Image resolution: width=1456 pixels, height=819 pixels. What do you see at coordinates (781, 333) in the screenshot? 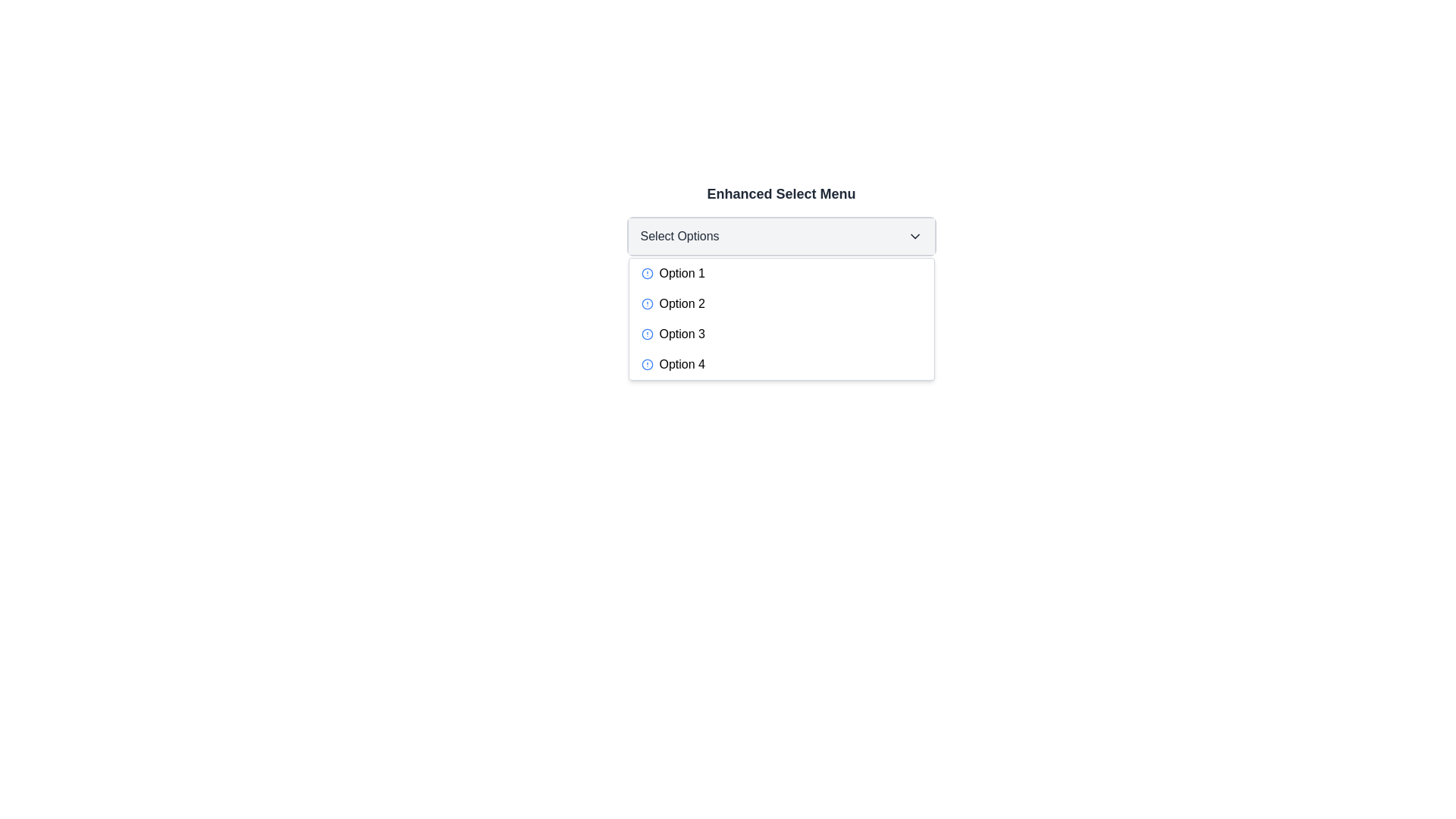
I see `the third option in the dropdown menu` at bounding box center [781, 333].